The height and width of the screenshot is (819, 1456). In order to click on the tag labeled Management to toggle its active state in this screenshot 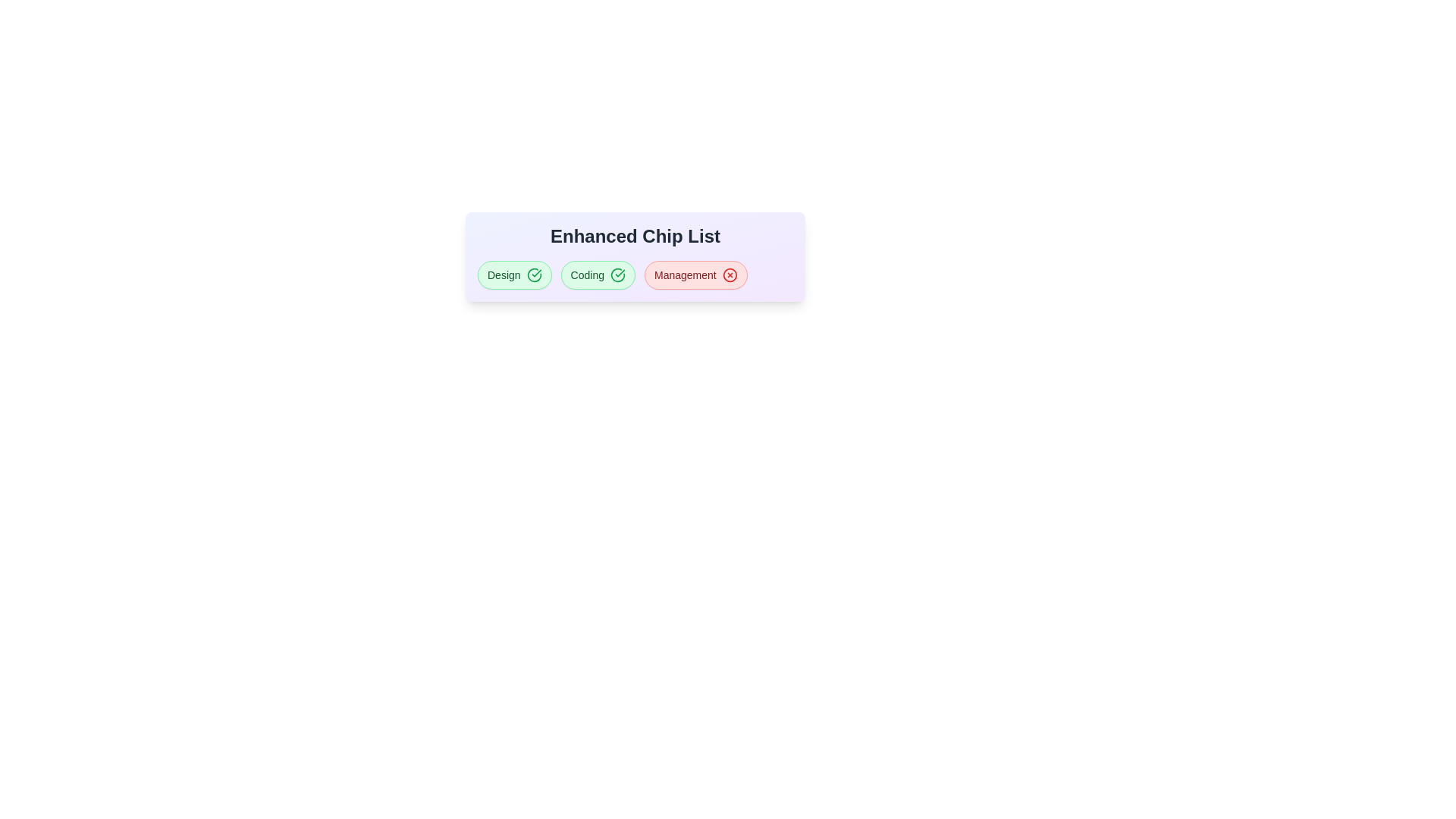, I will do `click(695, 275)`.